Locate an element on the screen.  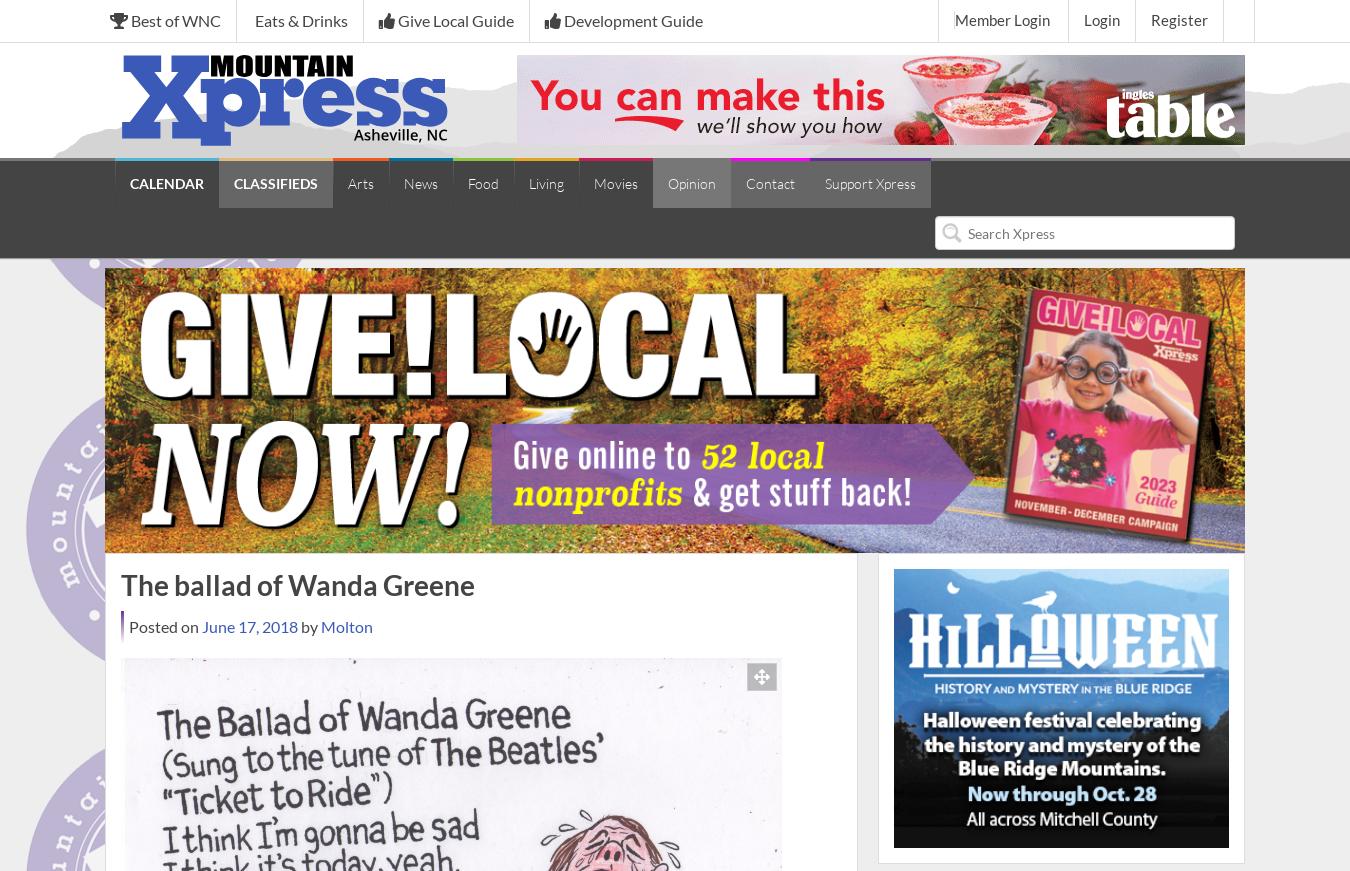
'Member Login' is located at coordinates (1001, 19).